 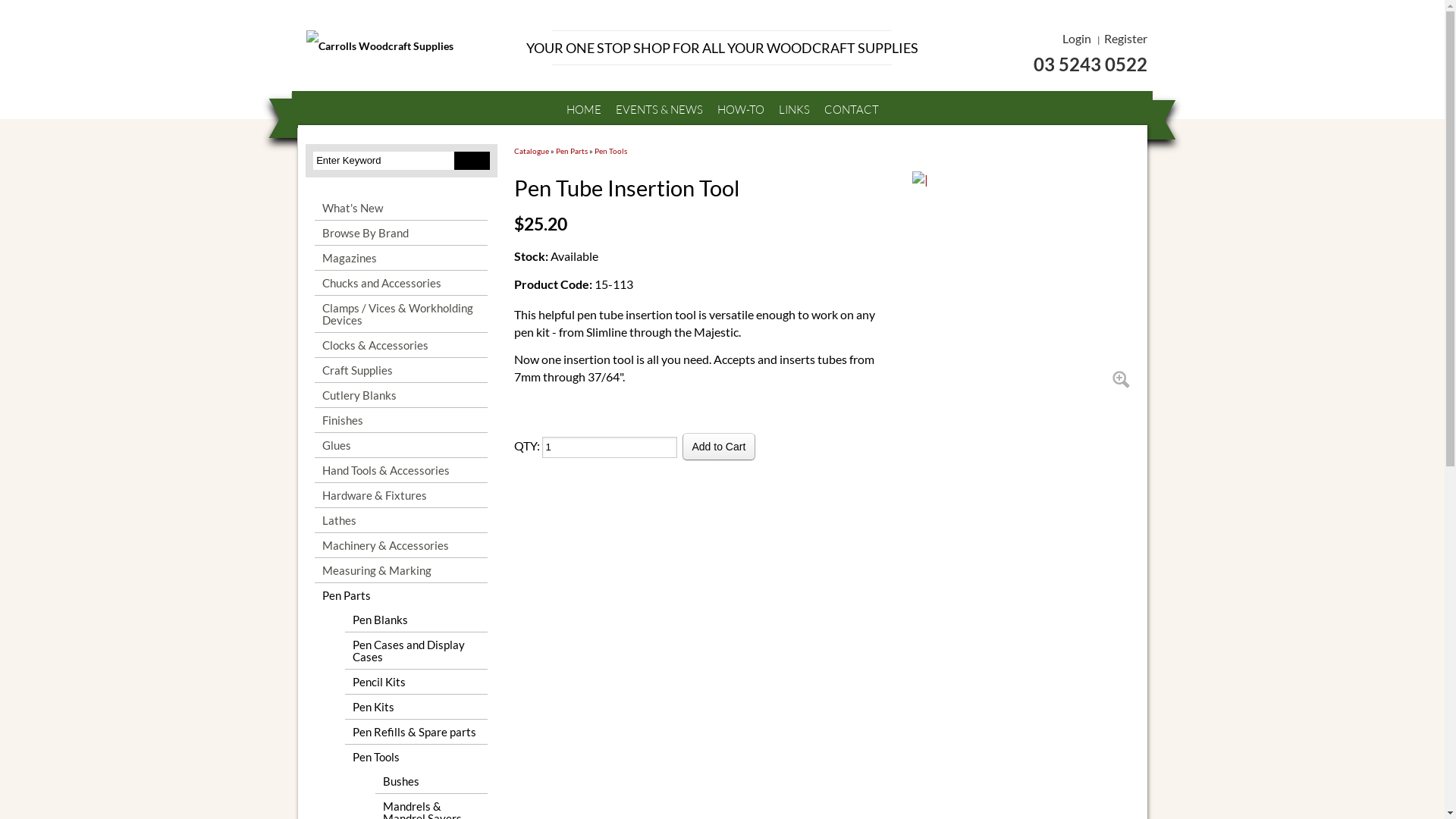 What do you see at coordinates (400, 207) in the screenshot?
I see `'What's New'` at bounding box center [400, 207].